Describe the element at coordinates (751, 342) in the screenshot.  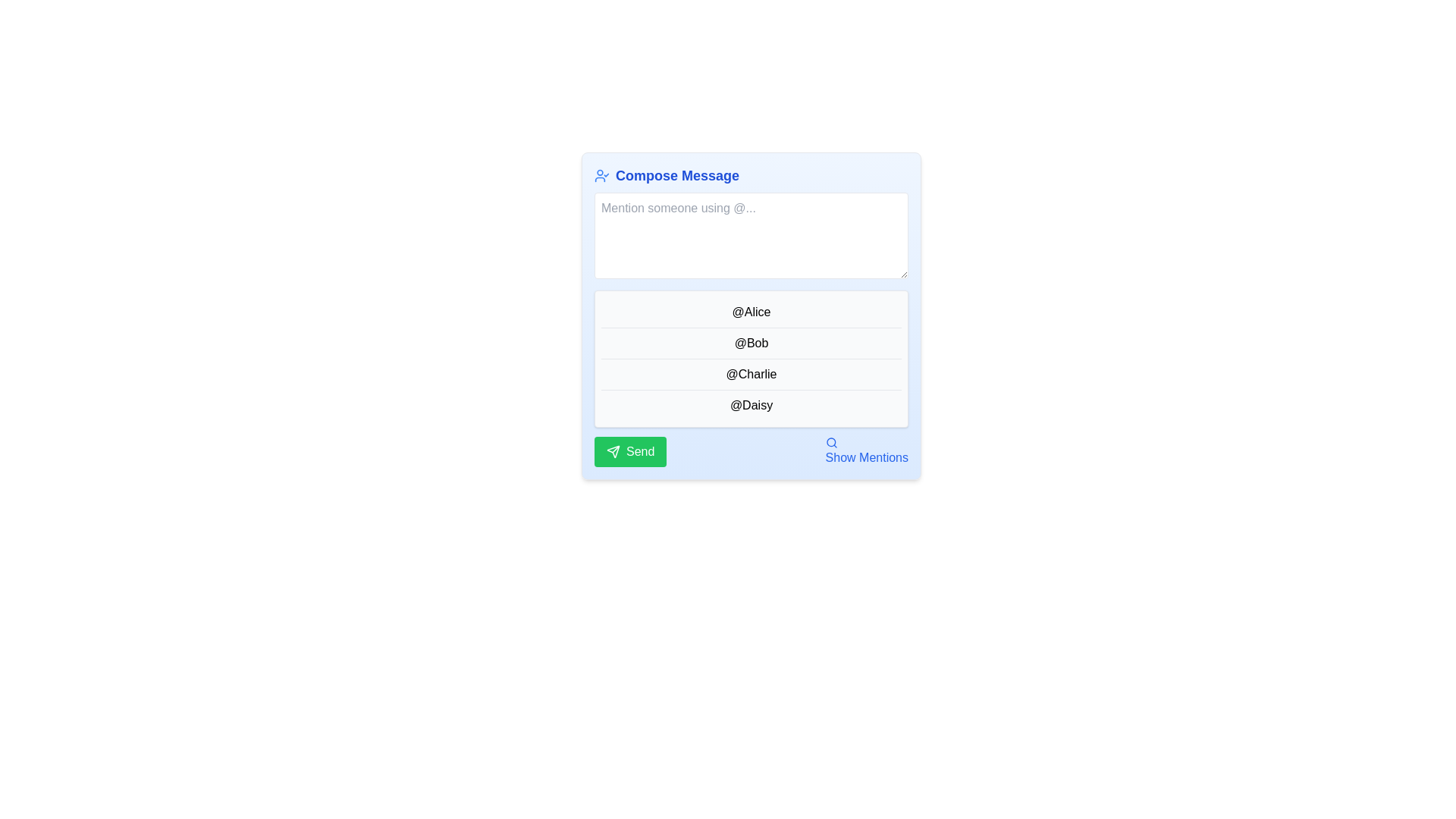
I see `the selectable list item displaying the text '@Bob'` at that location.